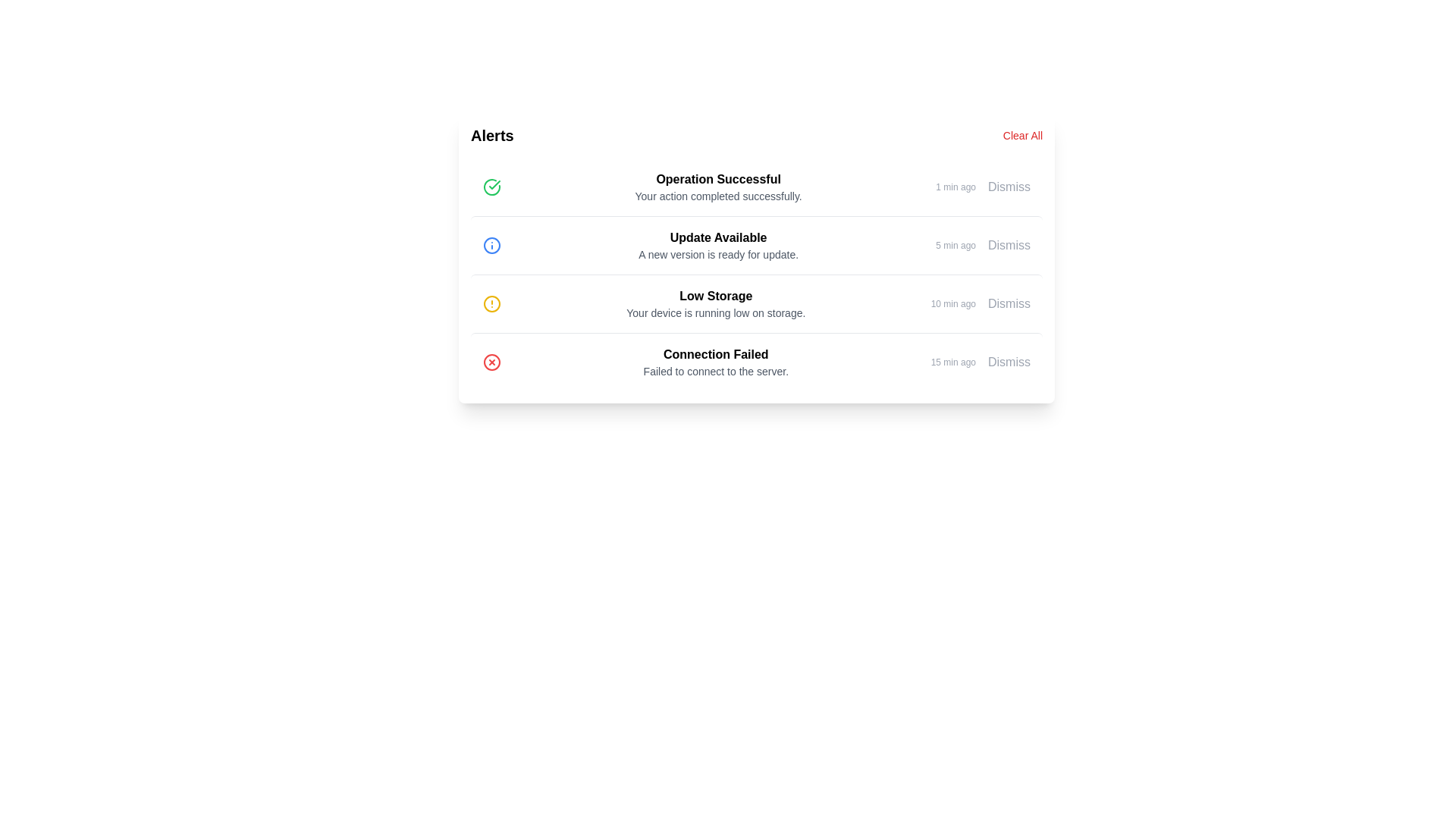 This screenshot has width=1456, height=819. I want to click on text content of the Text Label that serves as the title or heading of an update notification, so click(717, 237).